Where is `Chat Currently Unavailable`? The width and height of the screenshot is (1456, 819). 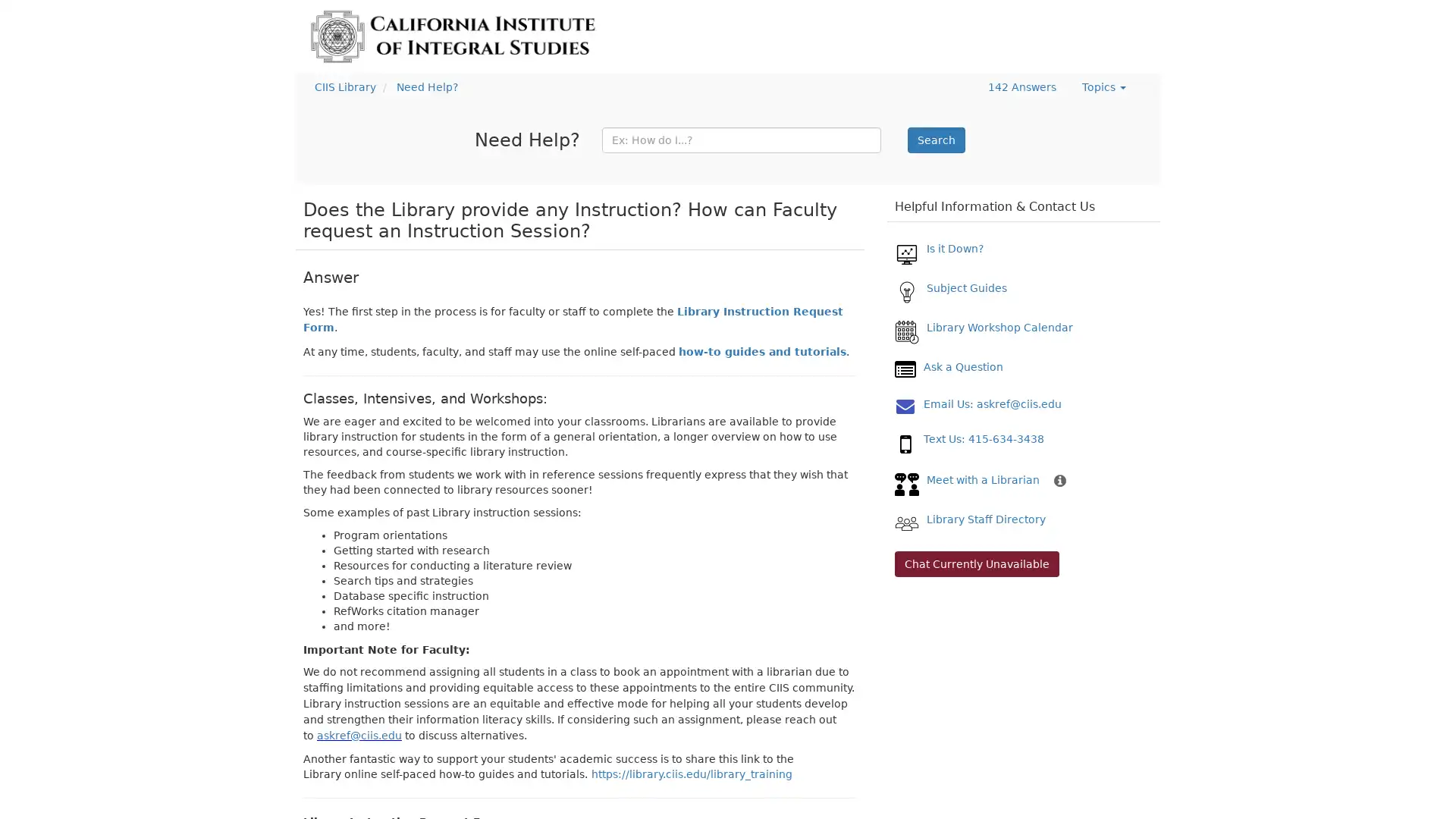
Chat Currently Unavailable is located at coordinates (977, 564).